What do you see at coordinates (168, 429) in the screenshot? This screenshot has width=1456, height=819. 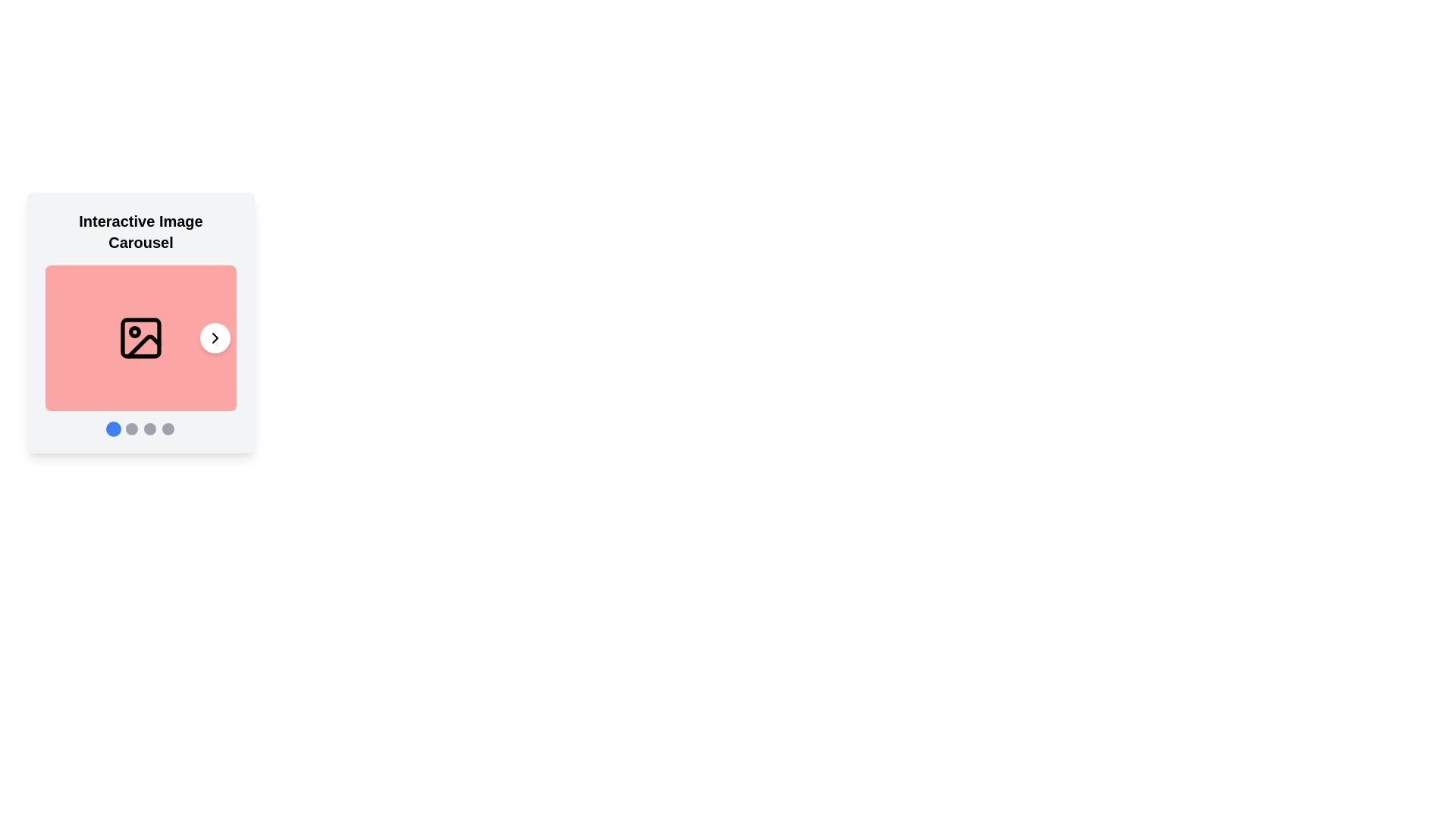 I see `the fourth navigation dot, which is a small gray circular icon located to the far right of the row of navigation dots` at bounding box center [168, 429].